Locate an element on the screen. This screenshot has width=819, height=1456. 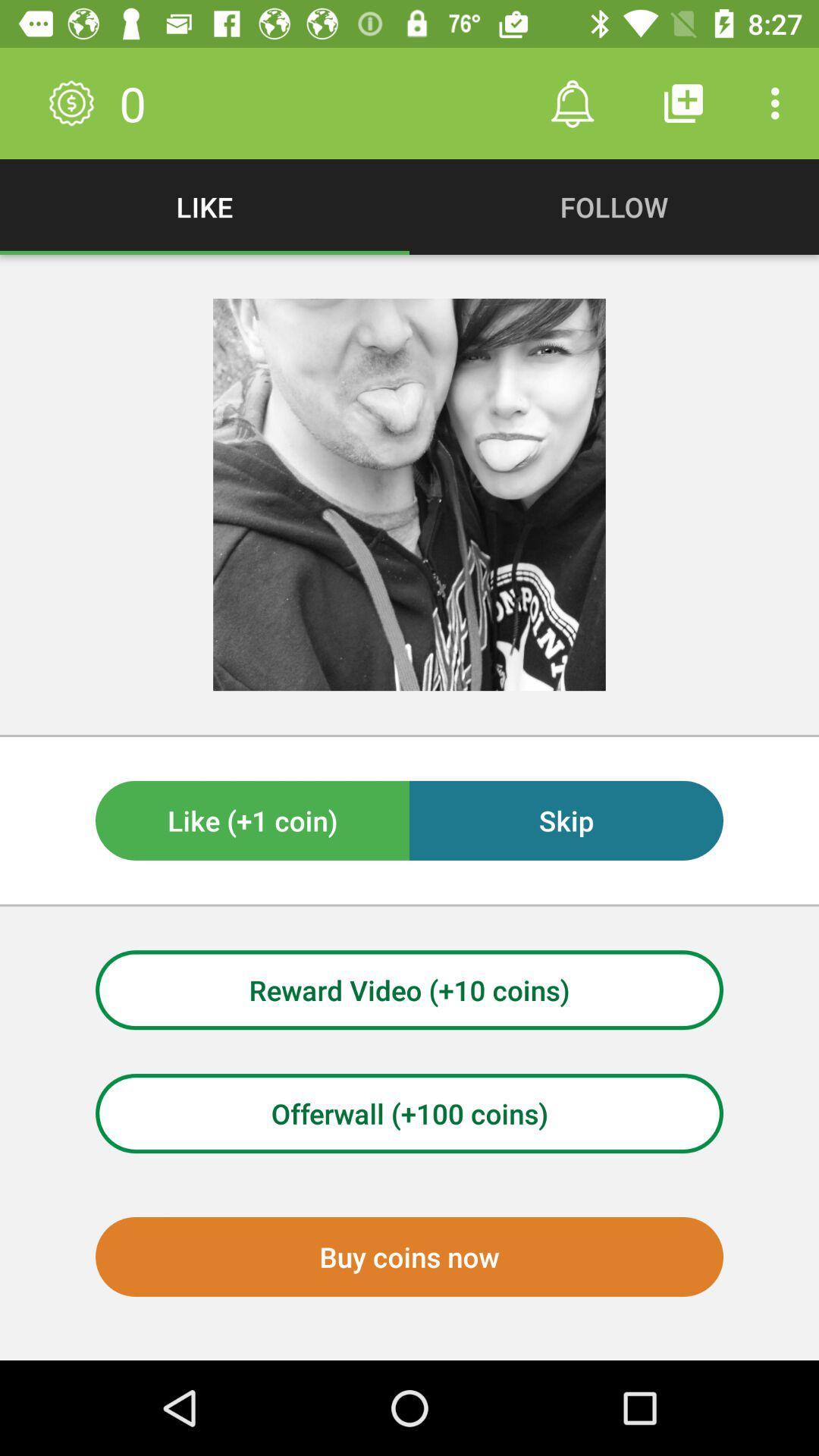
offerwall (+100 coins) icon is located at coordinates (409, 1113).